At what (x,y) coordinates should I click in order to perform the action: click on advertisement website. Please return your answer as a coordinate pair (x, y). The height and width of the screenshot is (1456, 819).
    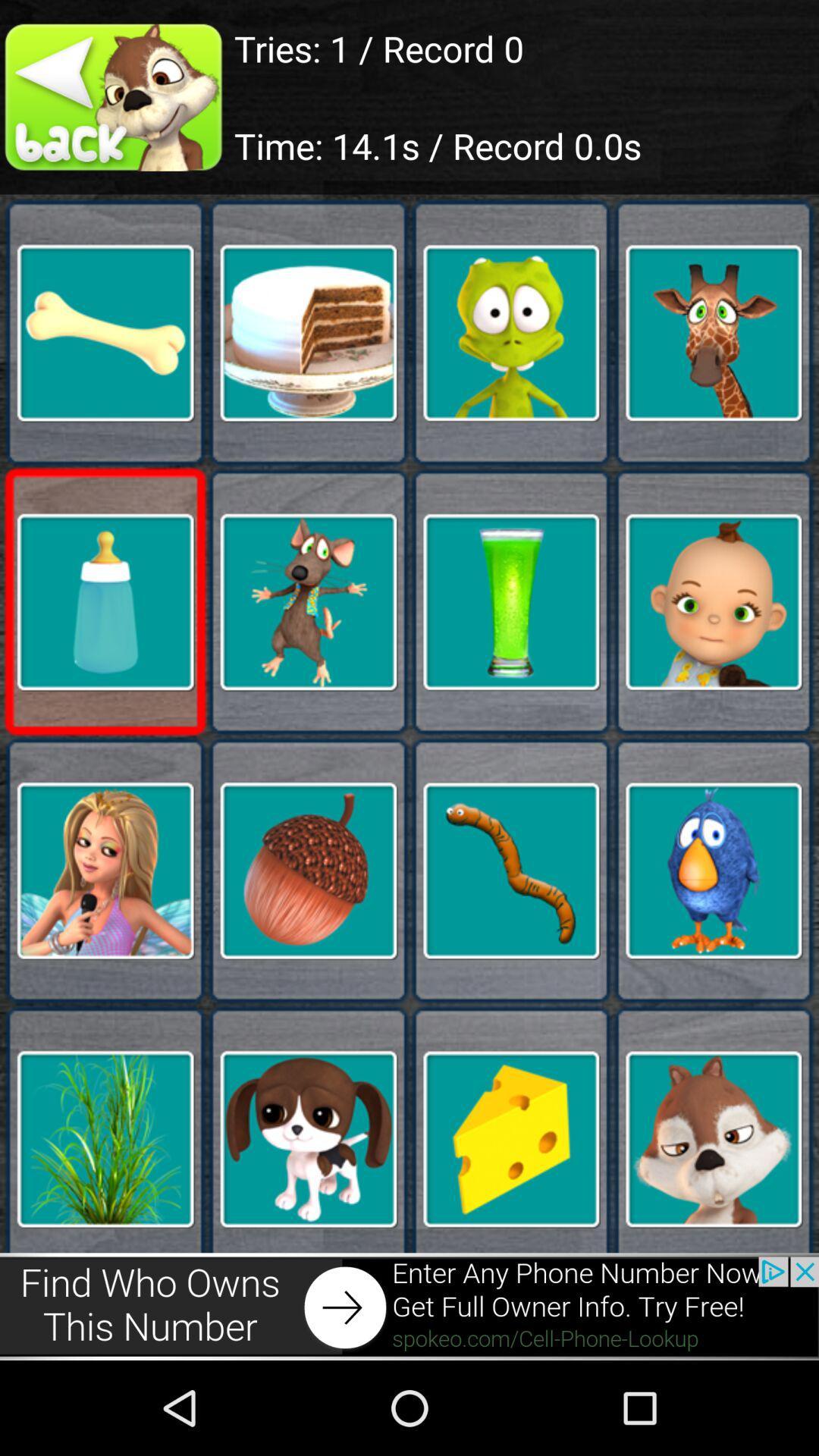
    Looking at the image, I should click on (409, 1306).